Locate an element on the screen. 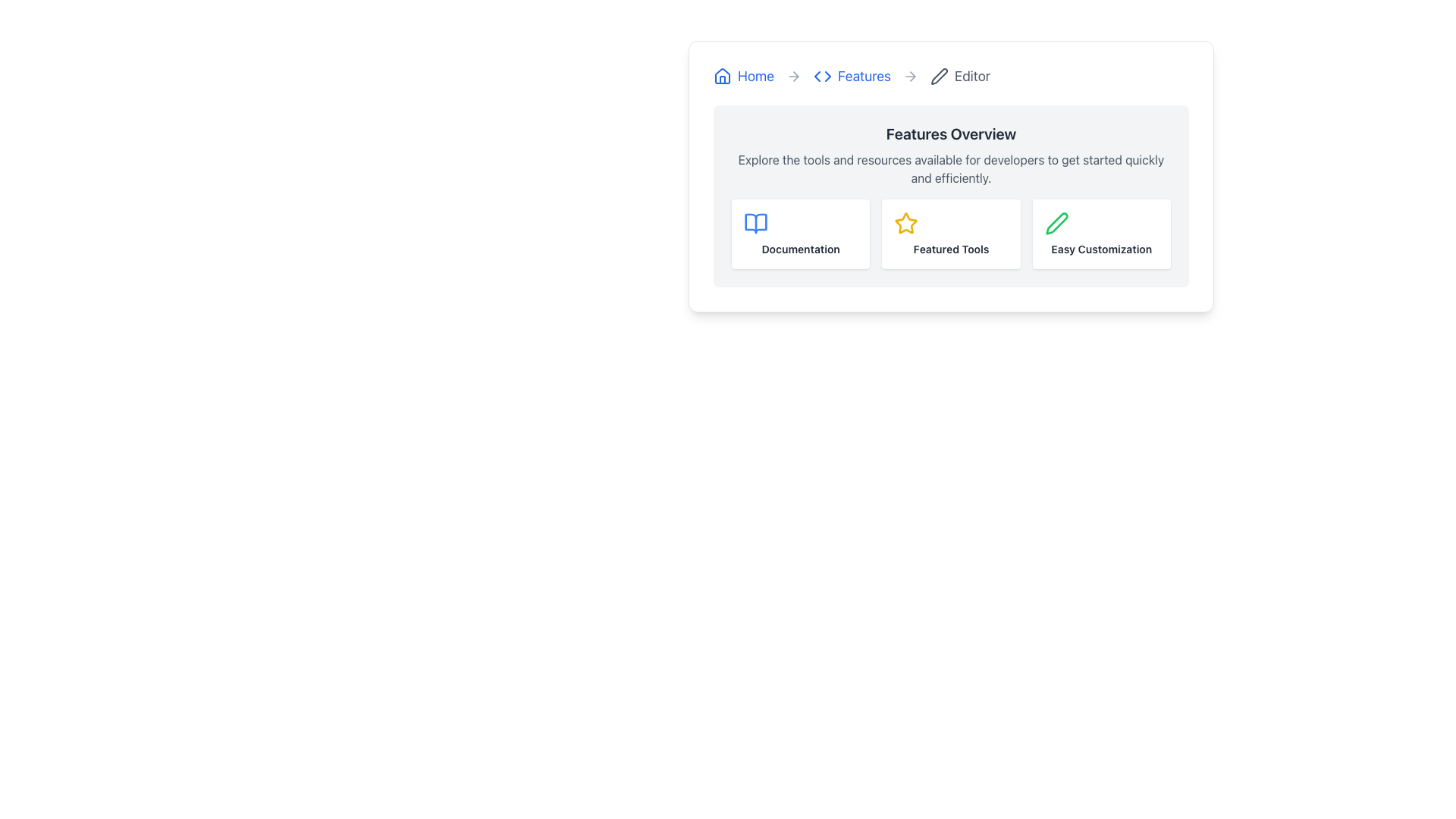 The height and width of the screenshot is (819, 1456). the second card in the 'Features Overview' section is located at coordinates (950, 234).